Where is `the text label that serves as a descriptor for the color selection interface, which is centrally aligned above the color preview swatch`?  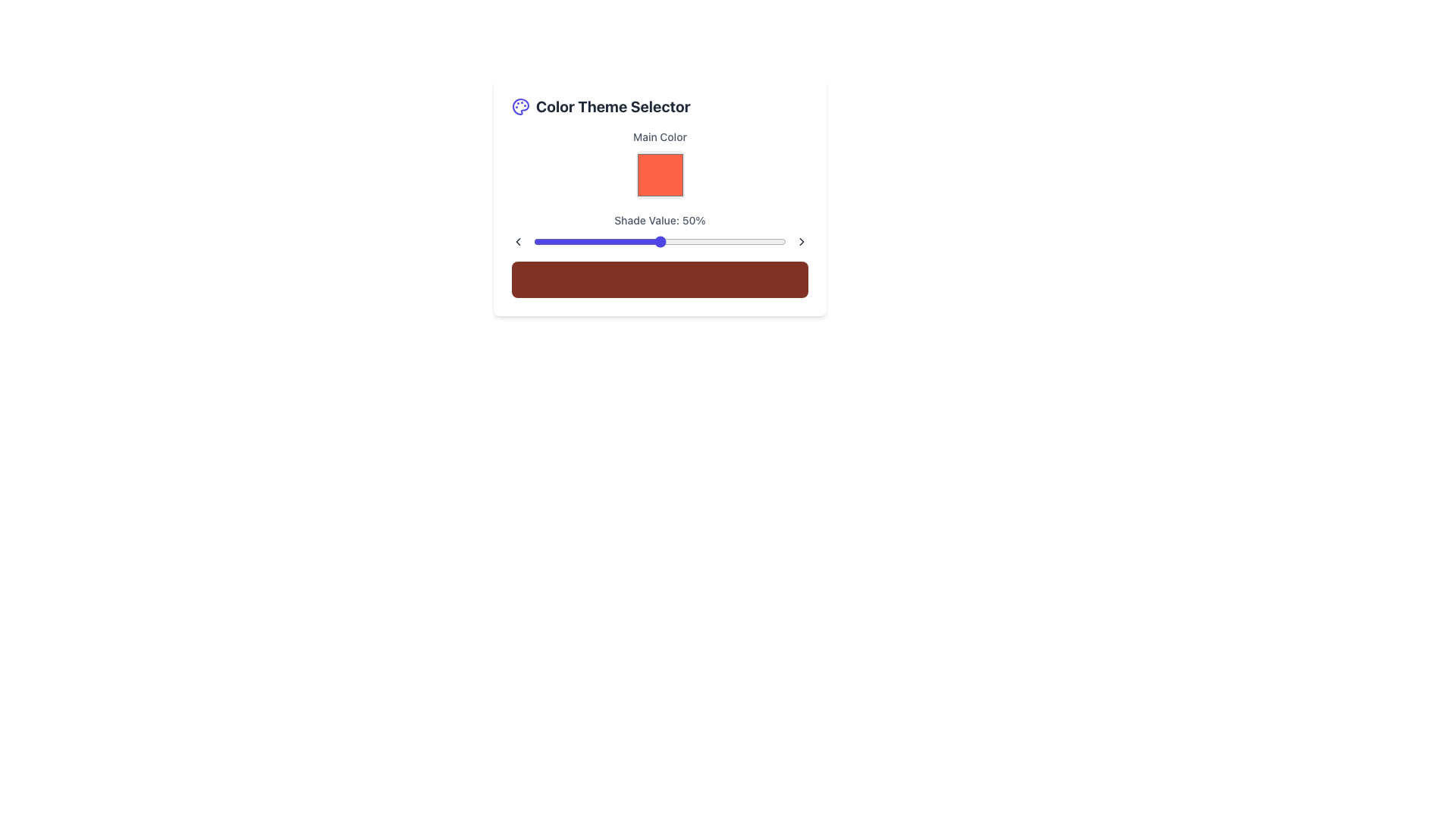 the text label that serves as a descriptor for the color selection interface, which is centrally aligned above the color preview swatch is located at coordinates (660, 137).